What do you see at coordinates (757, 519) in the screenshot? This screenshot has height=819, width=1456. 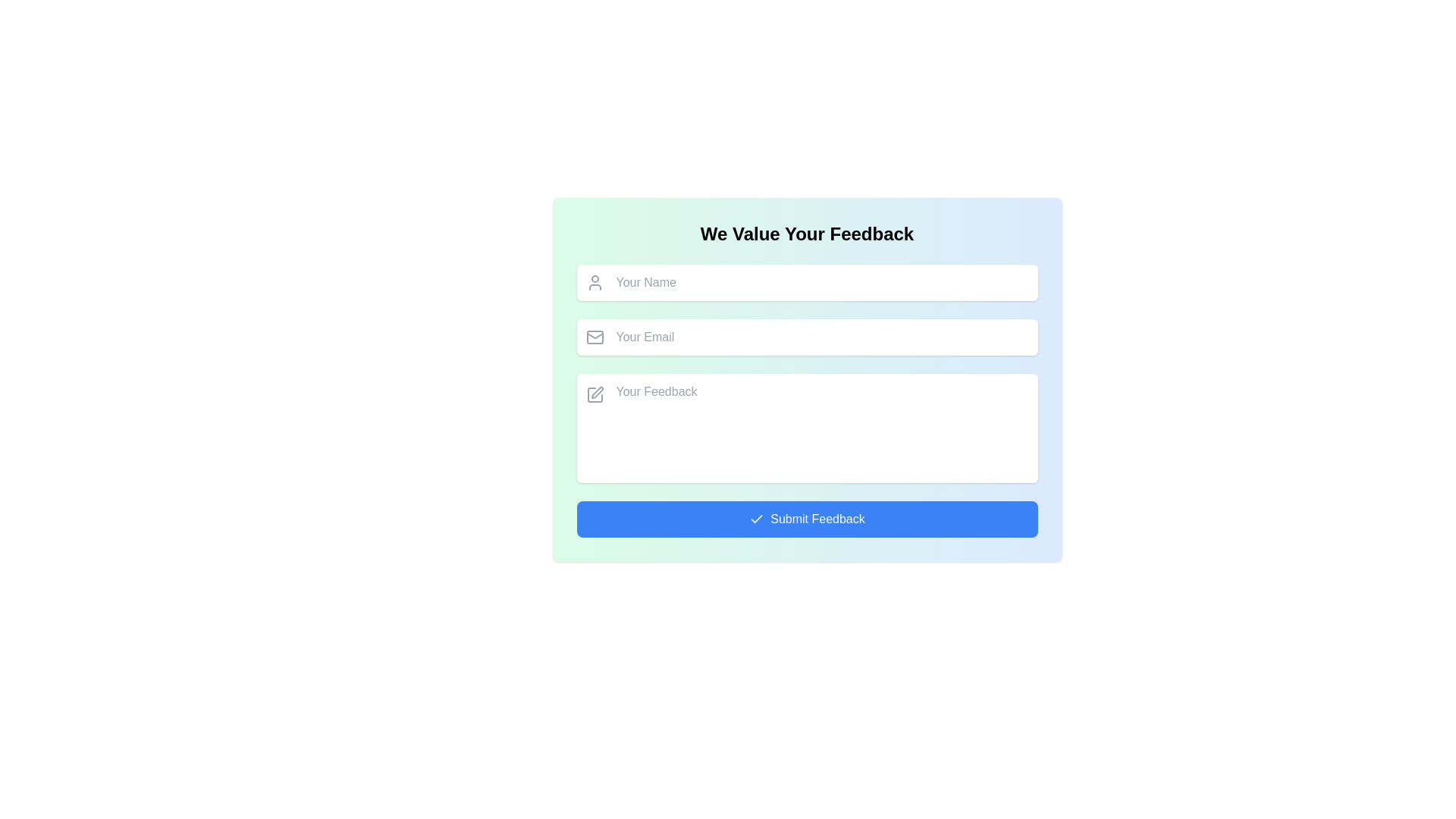 I see `the small checkmark icon styled as an SVG graphic, located on the left side of the 'Submit Feedback' button` at bounding box center [757, 519].